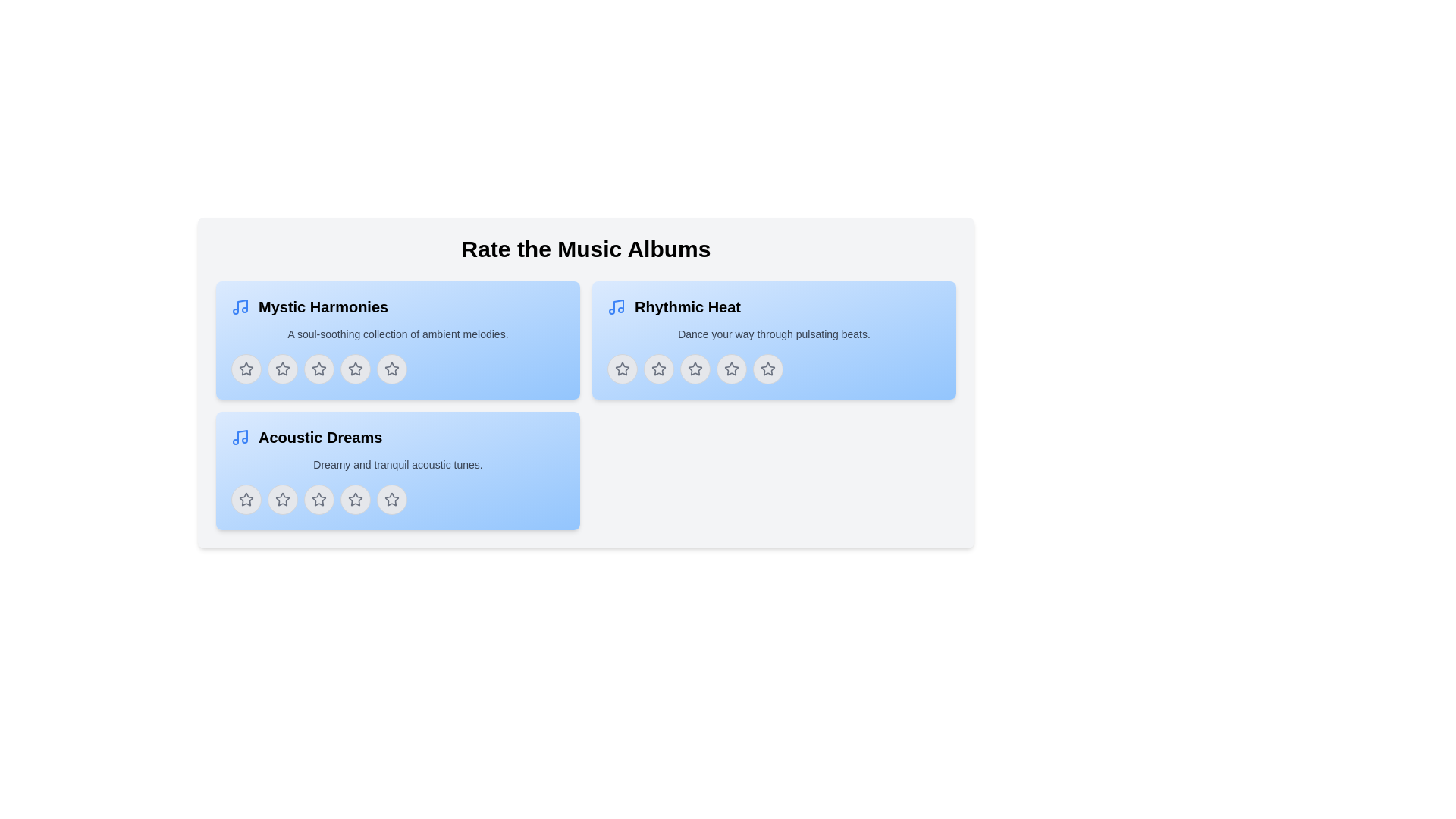  Describe the element at coordinates (774, 339) in the screenshot. I see `the stars for rating on the 'Rhythmic Heat' album card located in the top-right section of the grid layout` at that location.